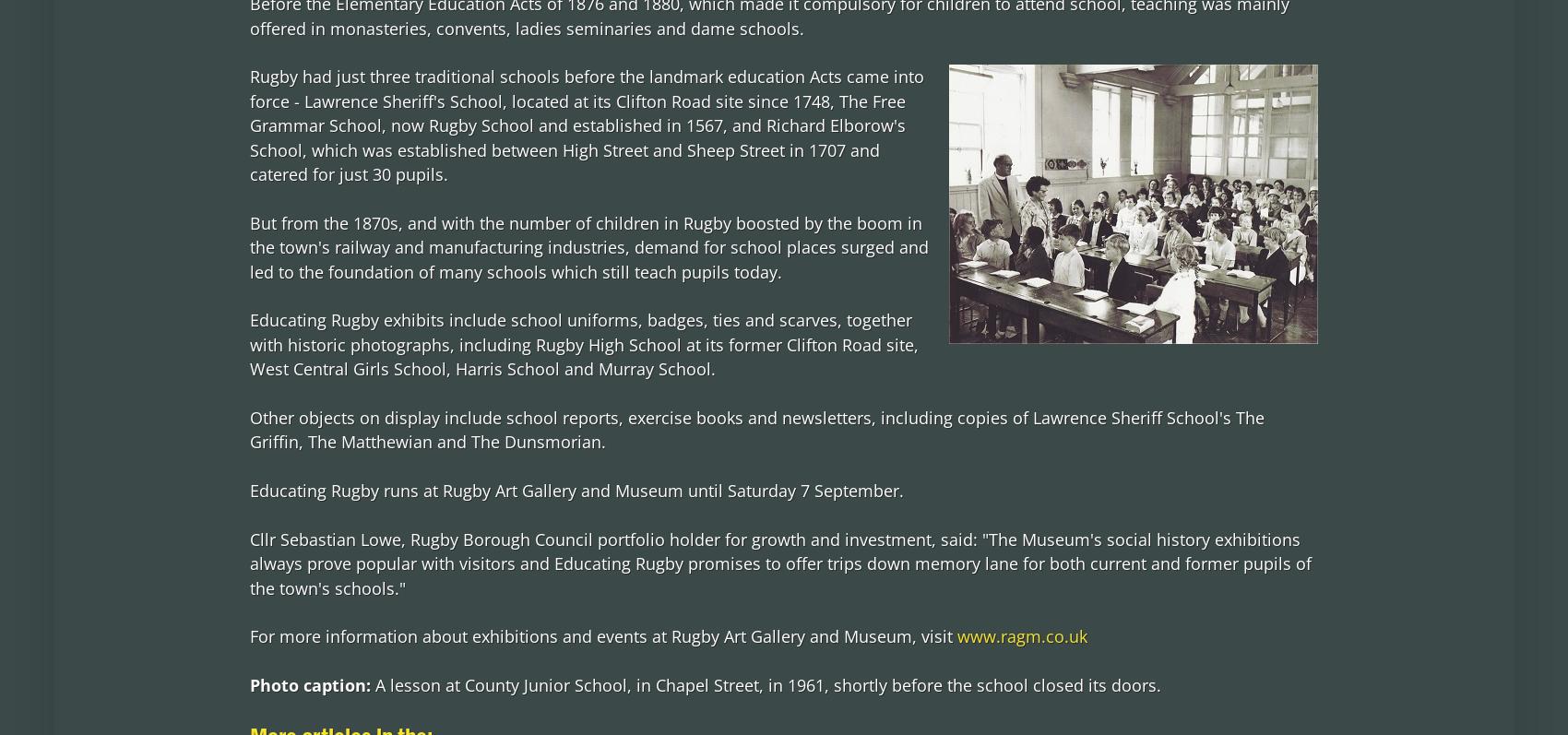  I want to click on 'www.ragm.co.uk', so click(1023, 634).